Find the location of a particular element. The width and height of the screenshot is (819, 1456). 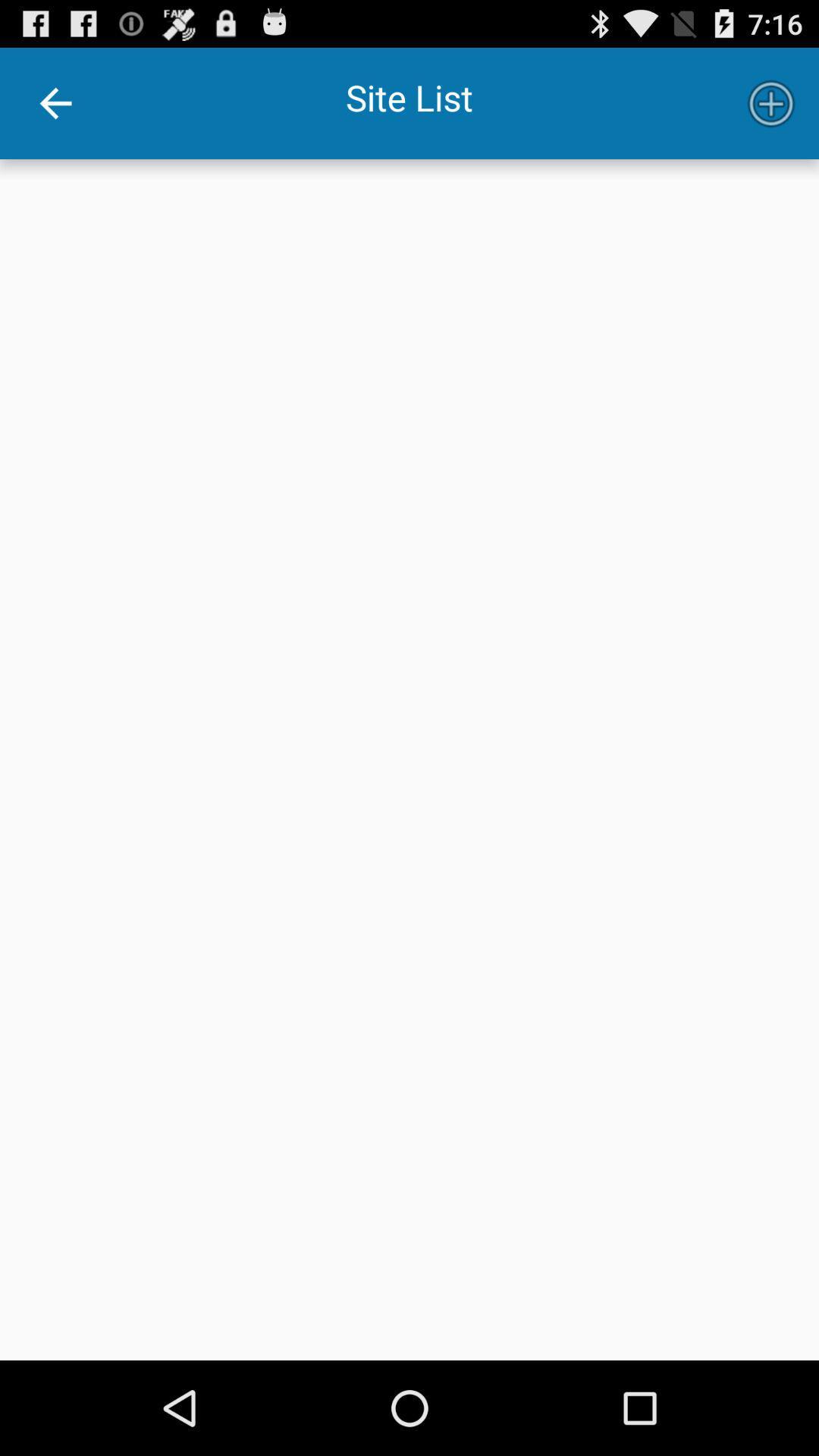

the item next to site list is located at coordinates (55, 102).